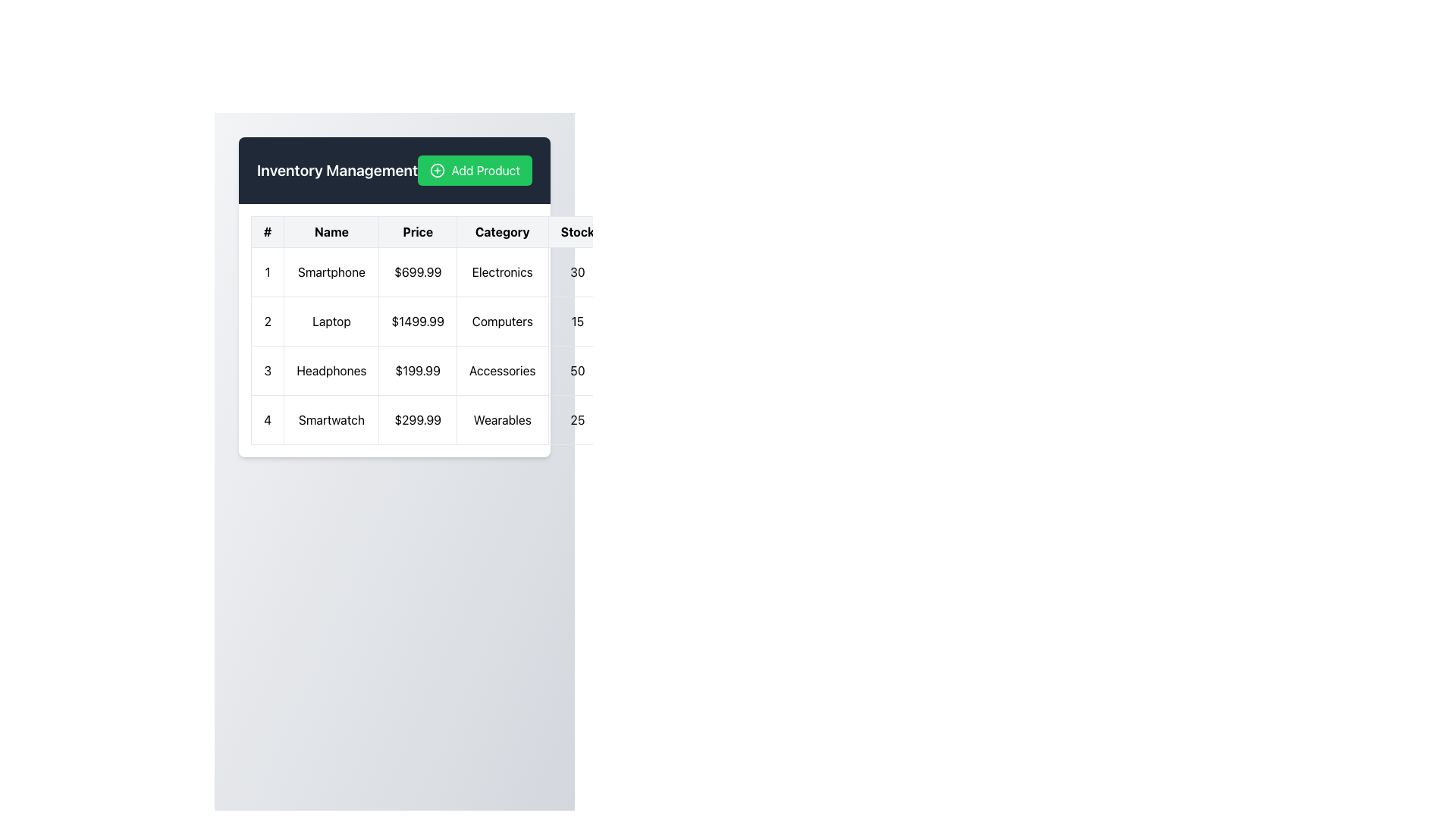 The width and height of the screenshot is (1456, 819). I want to click on on the third row of the inventory table, which is located between the rows containing '2 Laptop' and '4 Smartwatch', so click(463, 371).